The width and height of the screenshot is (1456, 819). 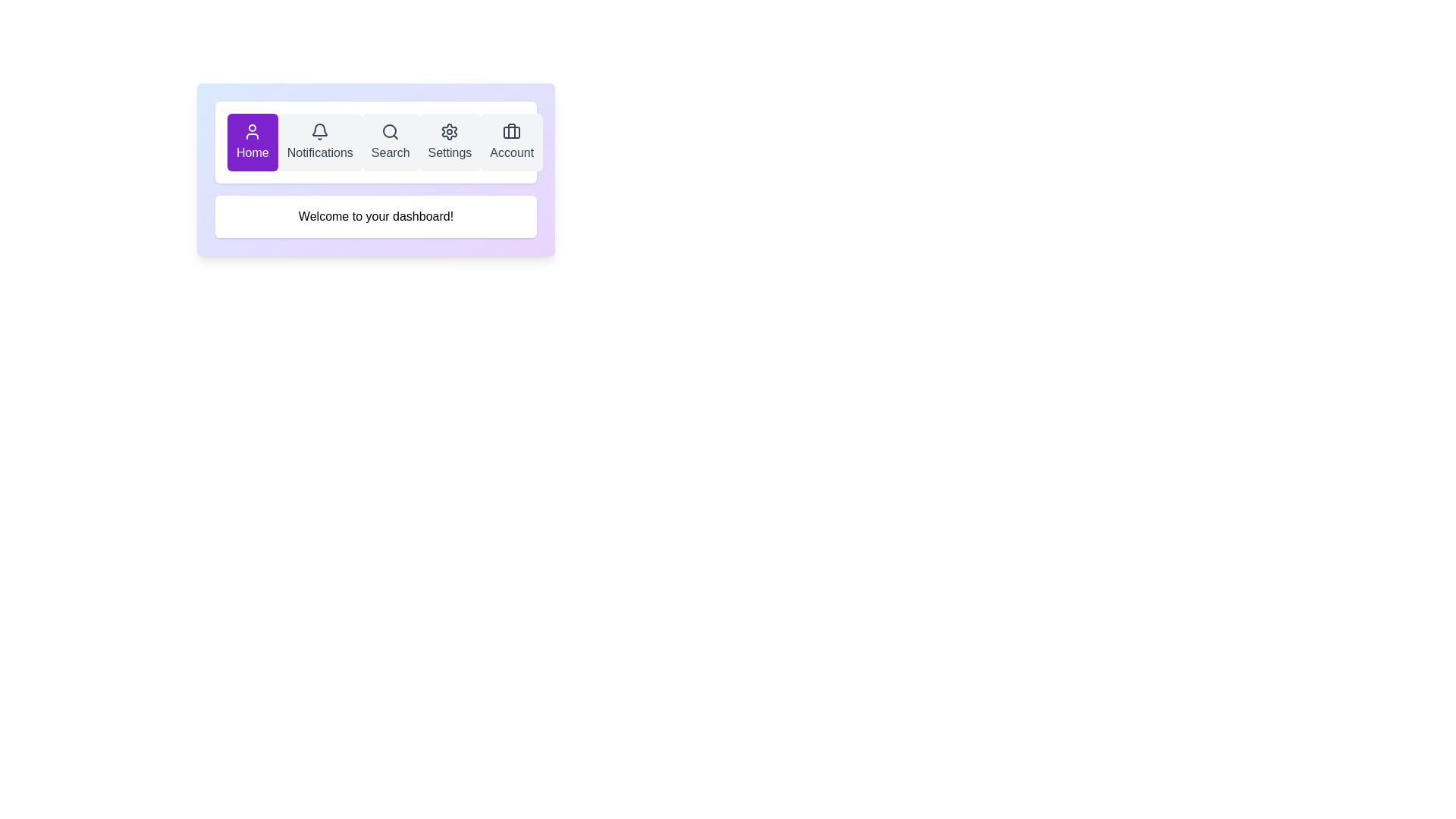 I want to click on the static text label 'Home' in the navigation bar, which indicates the home page section and is located under the user profile icon, so click(x=253, y=152).